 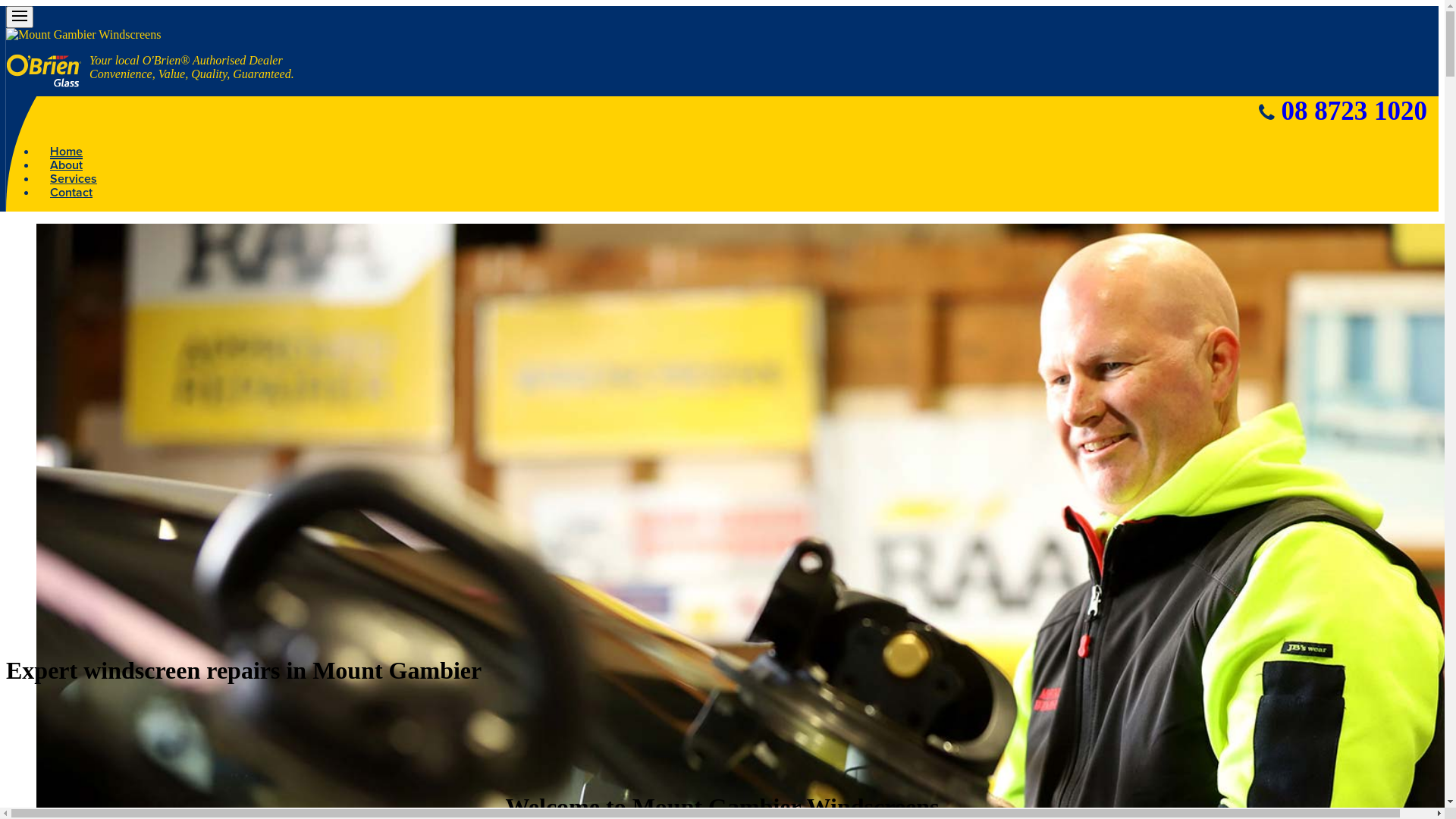 What do you see at coordinates (72, 178) in the screenshot?
I see `'Services'` at bounding box center [72, 178].